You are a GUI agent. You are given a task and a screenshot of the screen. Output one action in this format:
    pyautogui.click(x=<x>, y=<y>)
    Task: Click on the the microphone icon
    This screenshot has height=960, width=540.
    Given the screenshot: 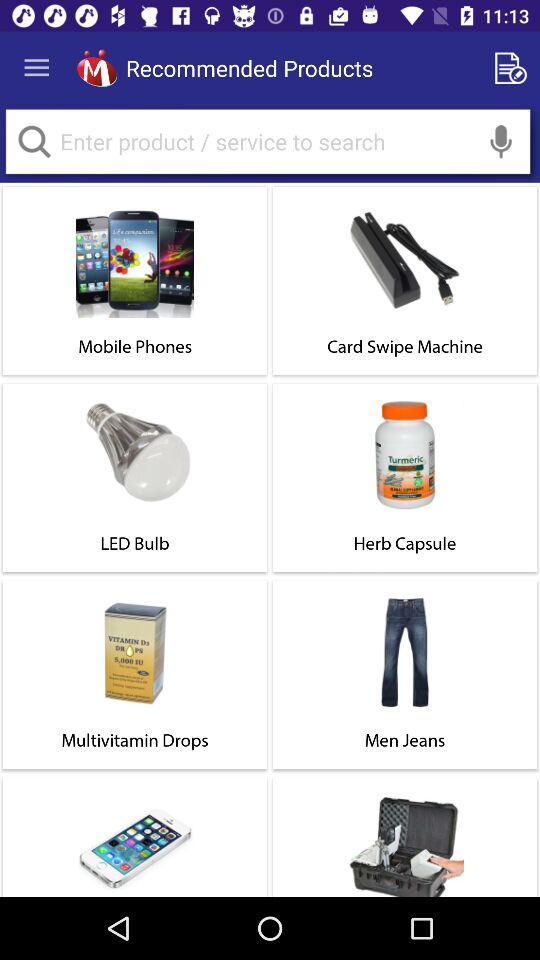 What is the action you would take?
    pyautogui.click(x=500, y=140)
    